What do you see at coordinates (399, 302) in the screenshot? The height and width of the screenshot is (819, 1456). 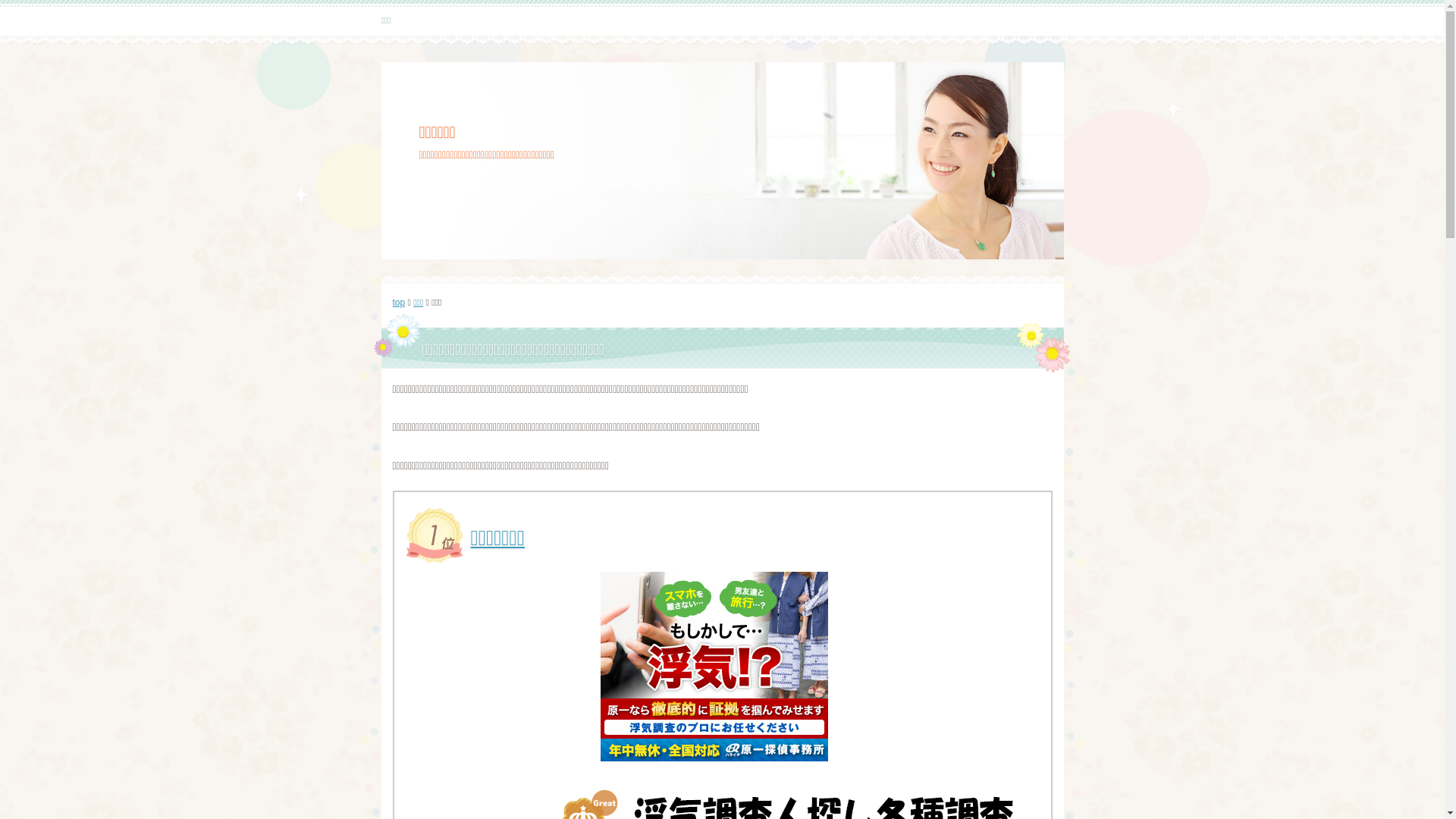 I see `'top'` at bounding box center [399, 302].